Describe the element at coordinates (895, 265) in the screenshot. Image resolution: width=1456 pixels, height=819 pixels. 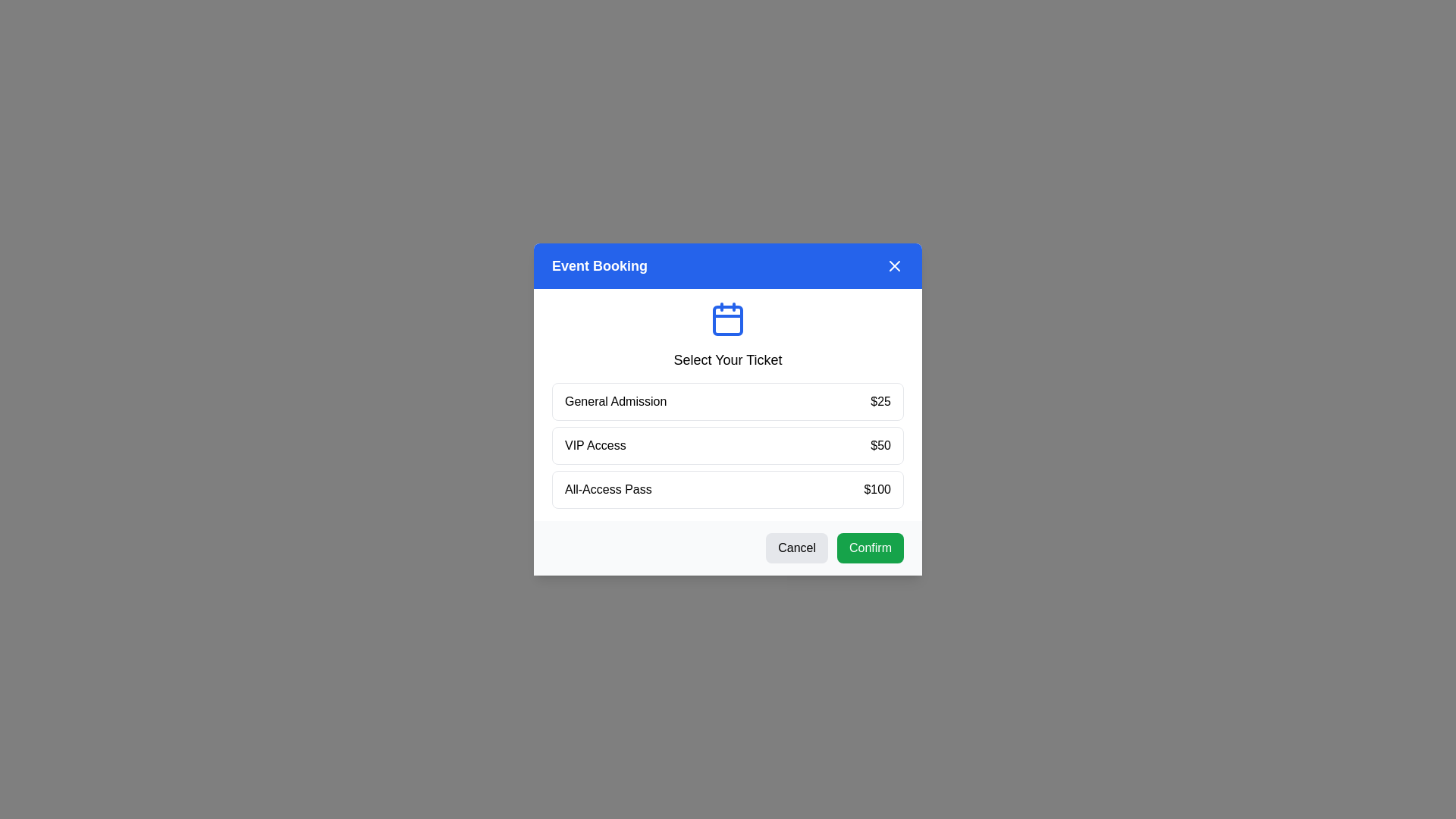
I see `the 'close' or 'X' icon located at the top-right corner of the modal's blue header section, next to 'Event Booking'` at that location.